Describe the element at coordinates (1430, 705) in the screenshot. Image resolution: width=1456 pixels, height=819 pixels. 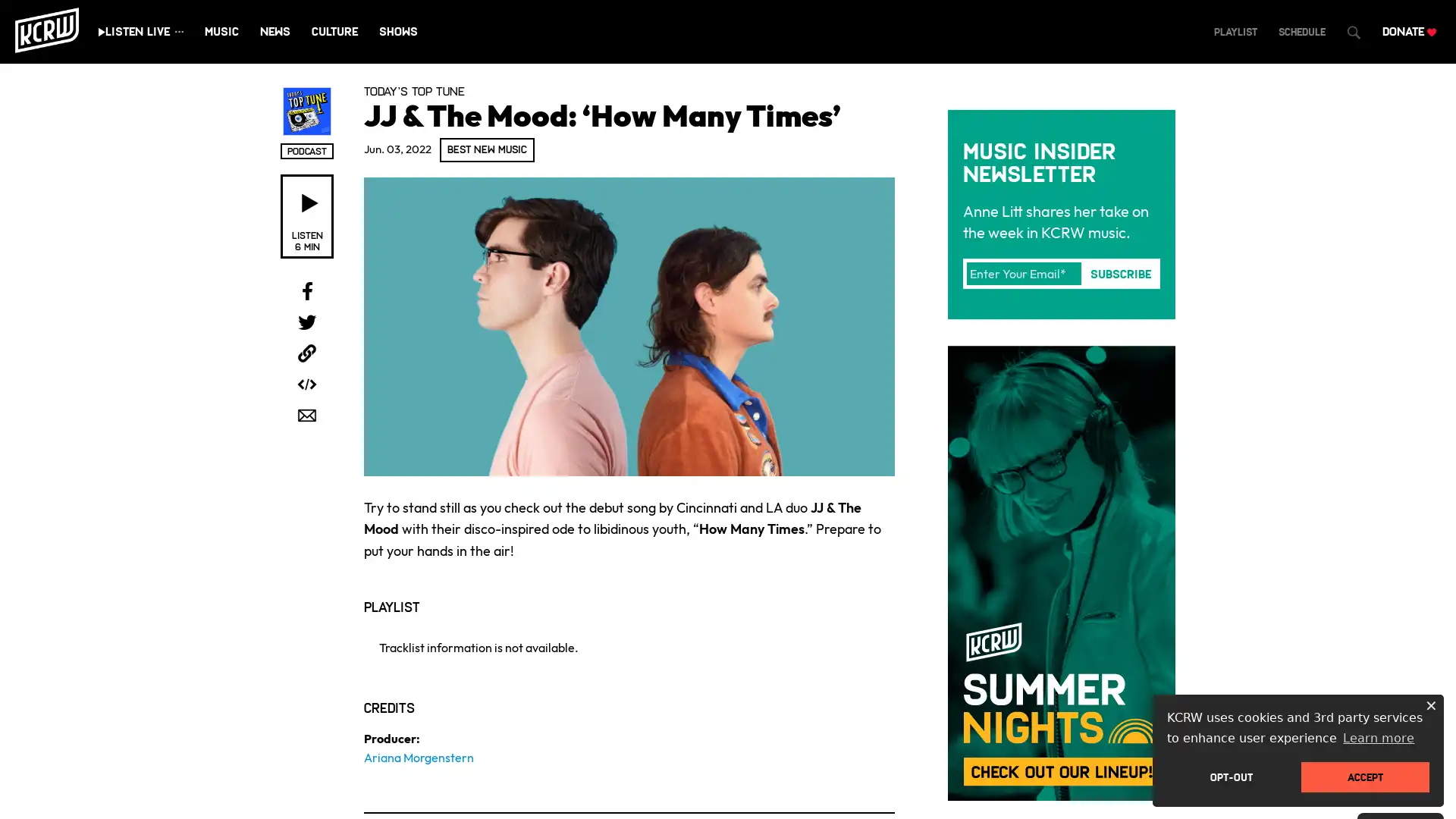
I see `dismiss cookie message` at that location.